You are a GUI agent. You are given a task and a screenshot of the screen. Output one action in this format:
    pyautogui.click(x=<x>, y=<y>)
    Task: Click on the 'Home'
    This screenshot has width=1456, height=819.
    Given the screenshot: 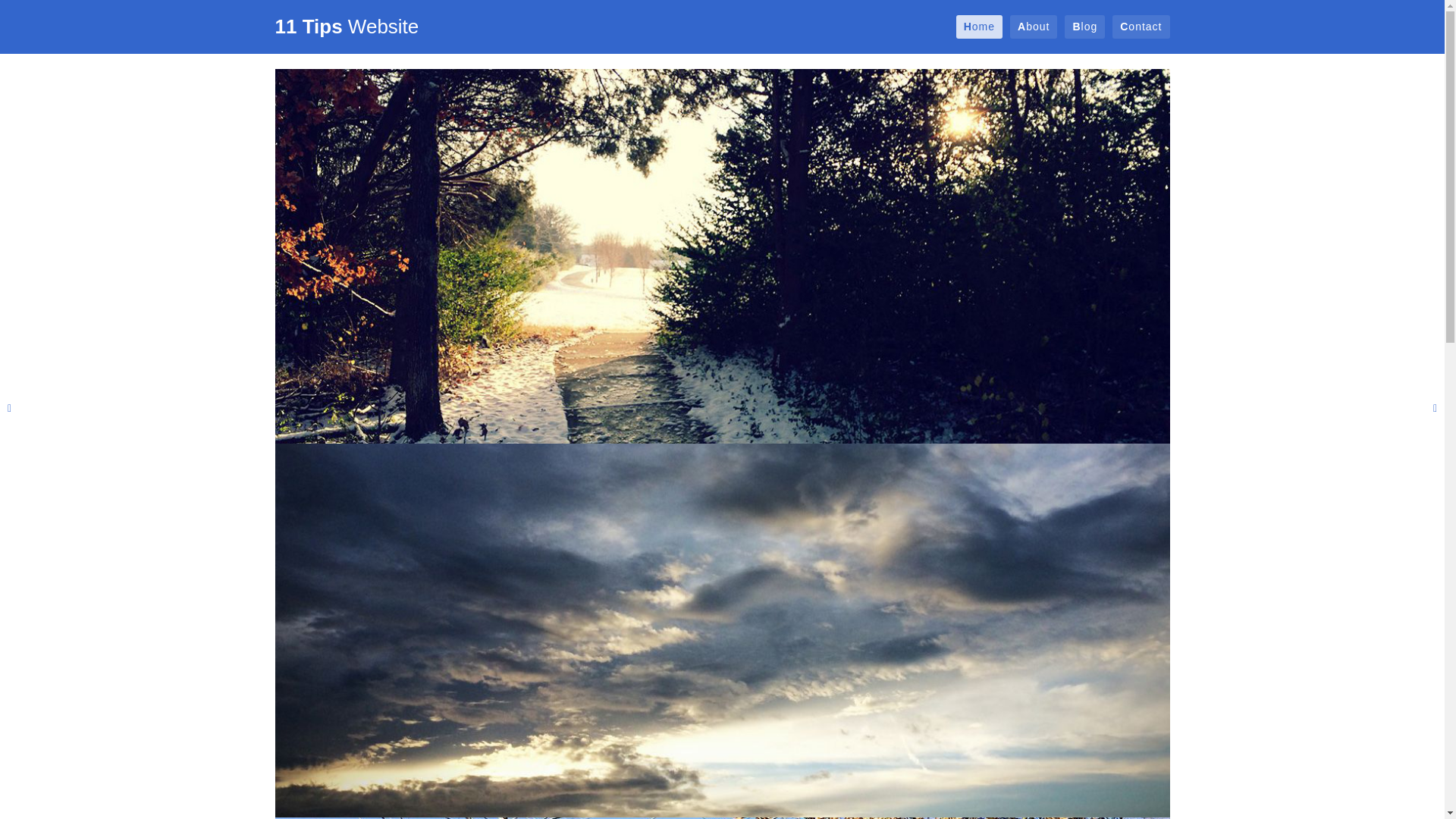 What is the action you would take?
    pyautogui.click(x=979, y=27)
    